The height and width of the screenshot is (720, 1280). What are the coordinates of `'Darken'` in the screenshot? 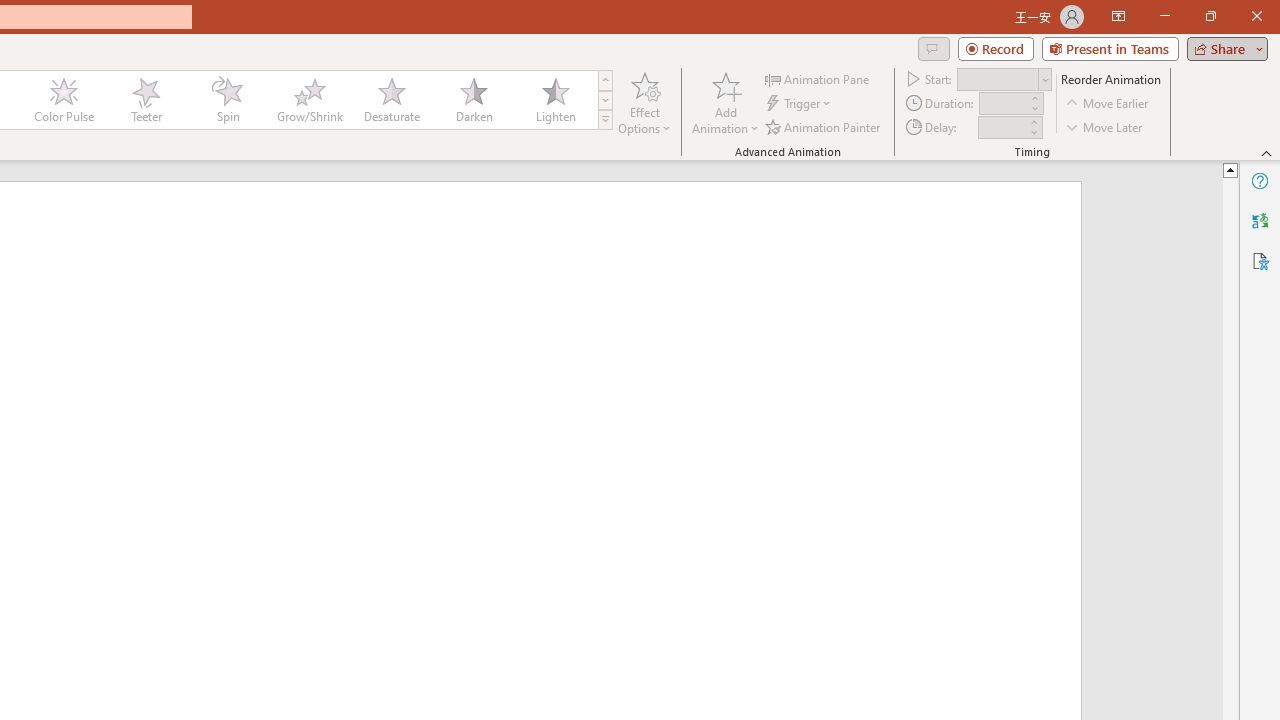 It's located at (472, 100).